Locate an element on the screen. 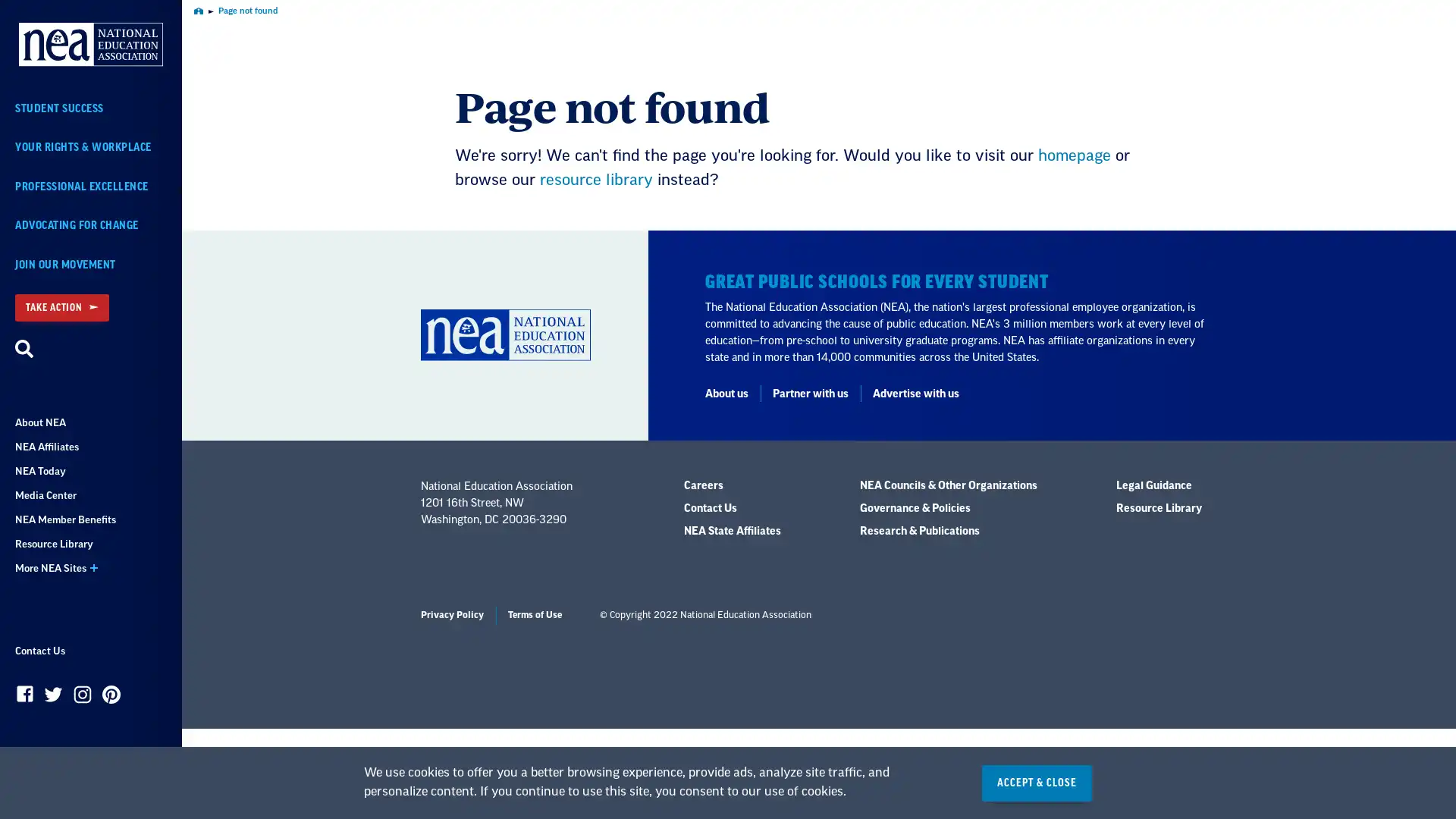 Image resolution: width=1456 pixels, height=819 pixels. Search is located at coordinates (24, 350).